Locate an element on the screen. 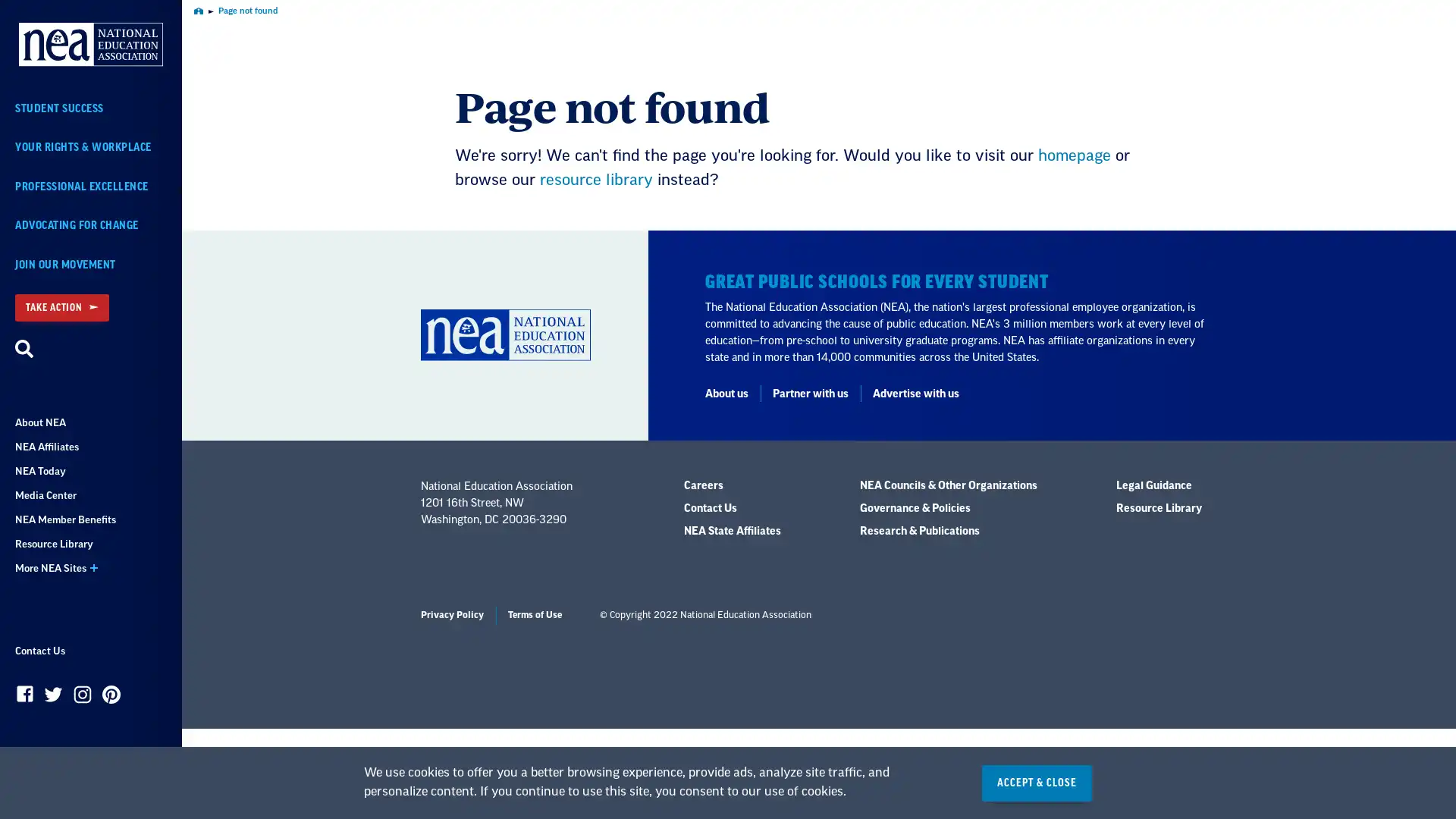 Image resolution: width=1456 pixels, height=819 pixels. Search is located at coordinates (24, 350).